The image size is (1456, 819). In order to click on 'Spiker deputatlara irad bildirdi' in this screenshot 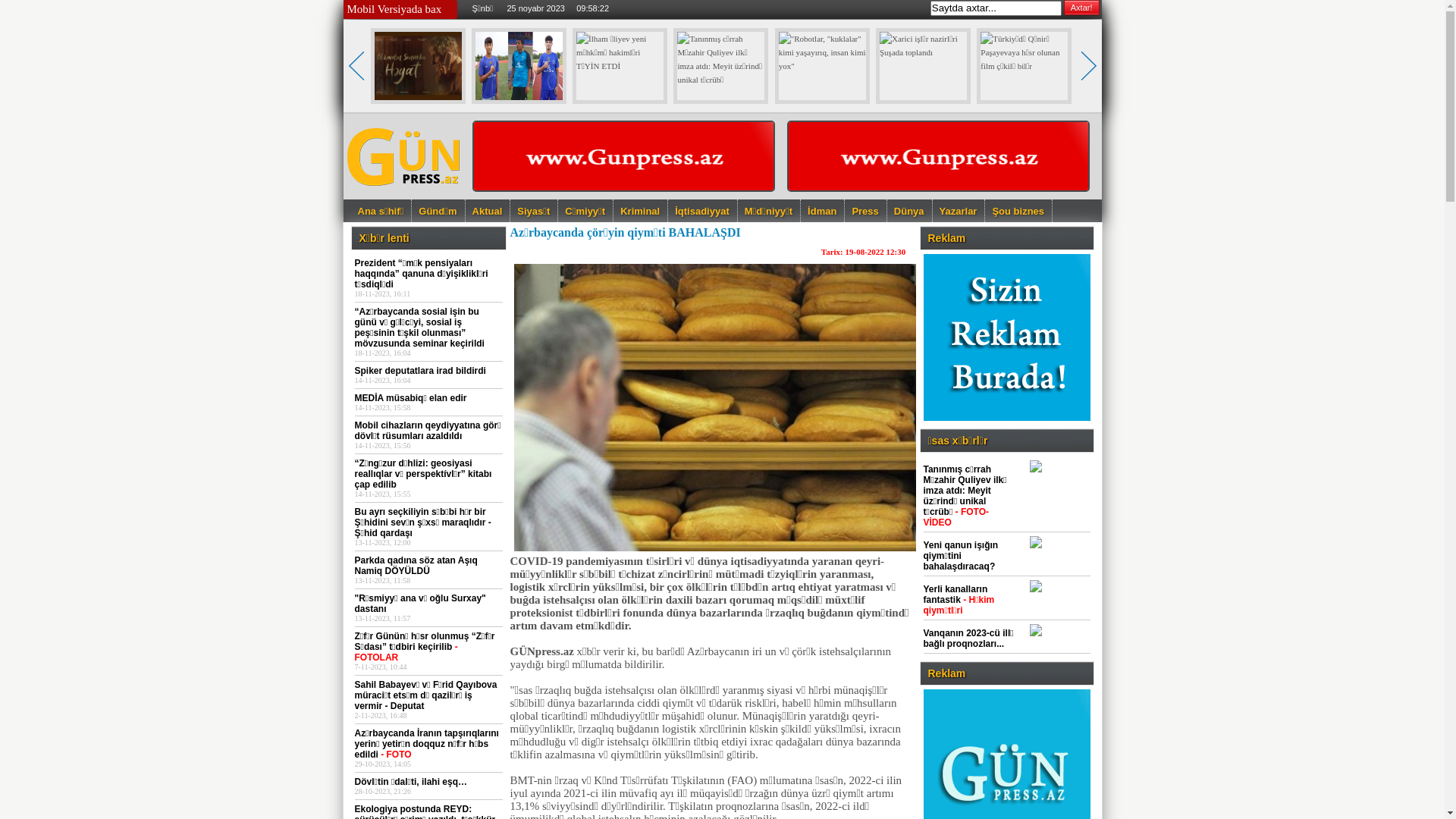, I will do `click(420, 371)`.